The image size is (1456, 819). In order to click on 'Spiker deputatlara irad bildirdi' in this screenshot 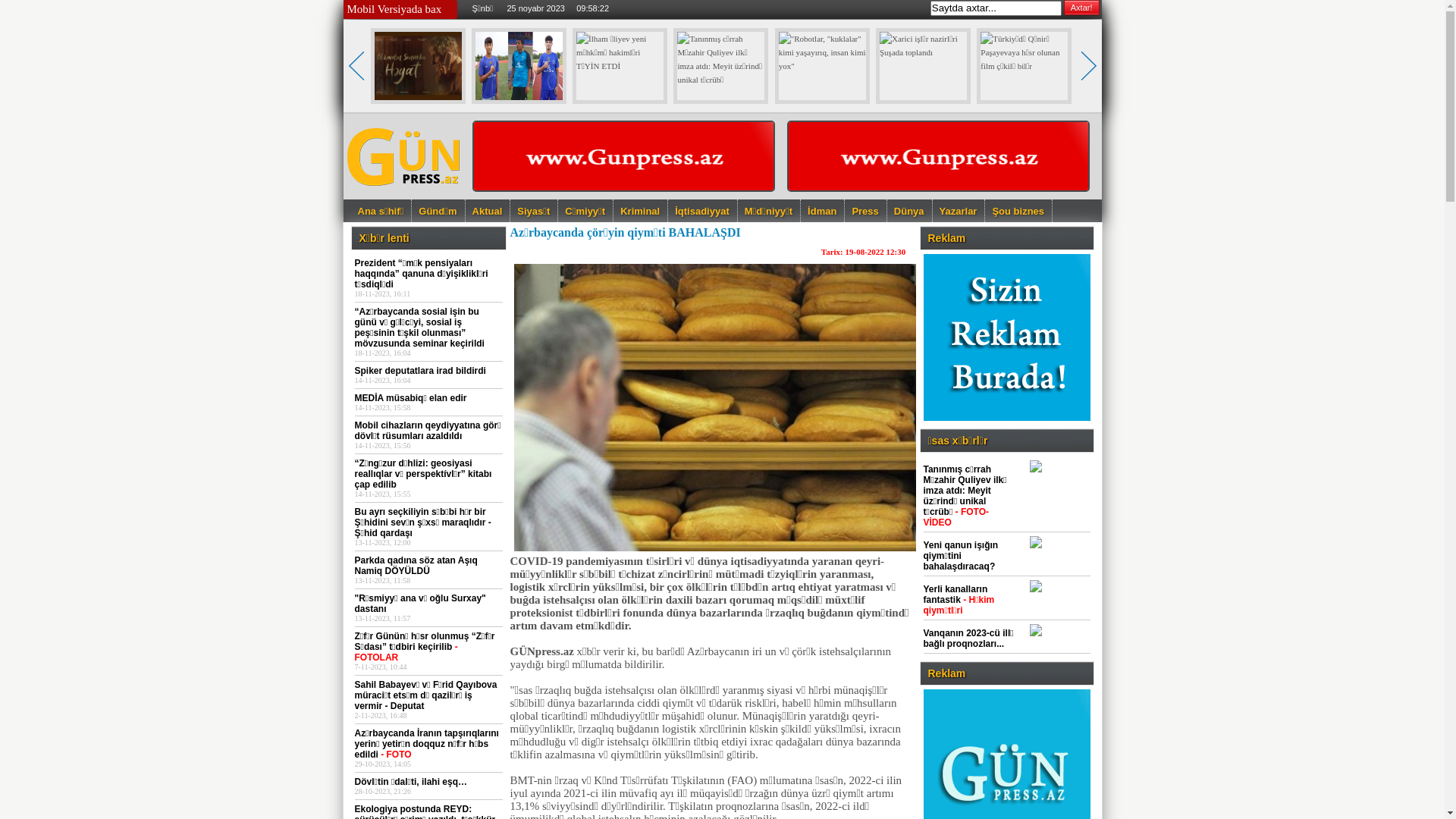, I will do `click(420, 371)`.